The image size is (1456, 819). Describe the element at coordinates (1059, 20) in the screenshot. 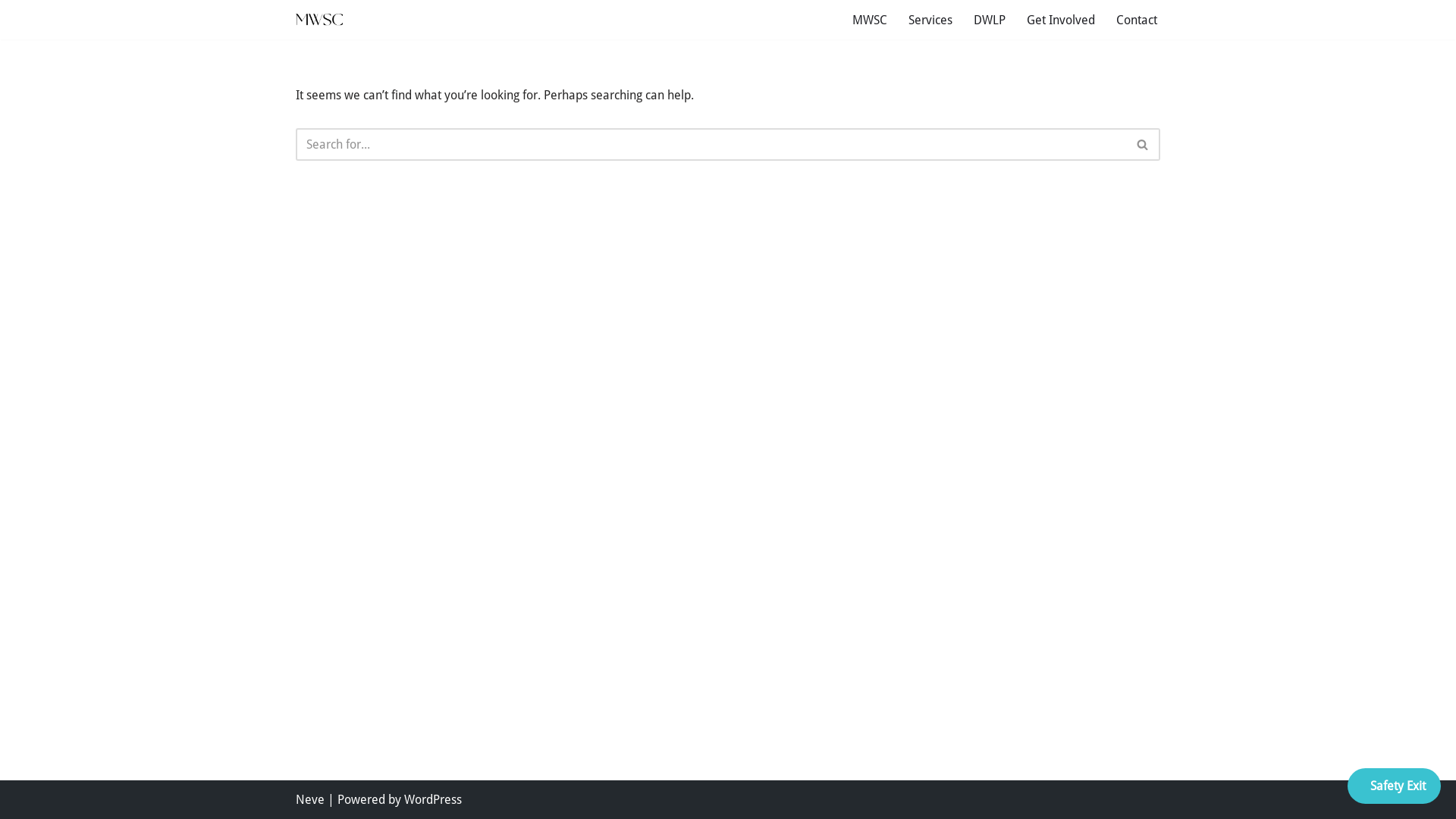

I see `'Get Involved'` at that location.